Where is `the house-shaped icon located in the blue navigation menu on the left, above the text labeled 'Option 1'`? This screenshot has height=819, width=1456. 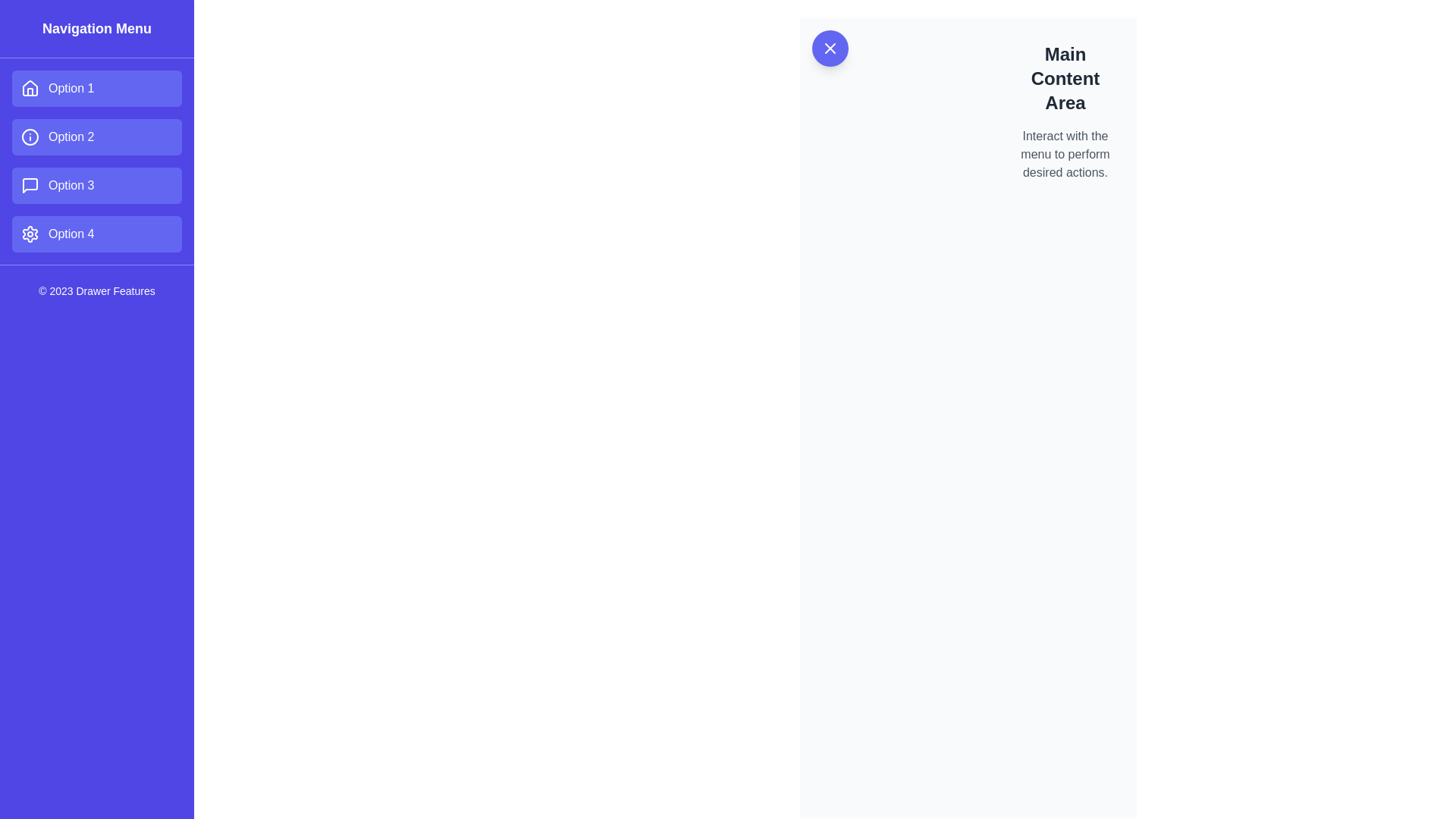 the house-shaped icon located in the blue navigation menu on the left, above the text labeled 'Option 1' is located at coordinates (30, 87).